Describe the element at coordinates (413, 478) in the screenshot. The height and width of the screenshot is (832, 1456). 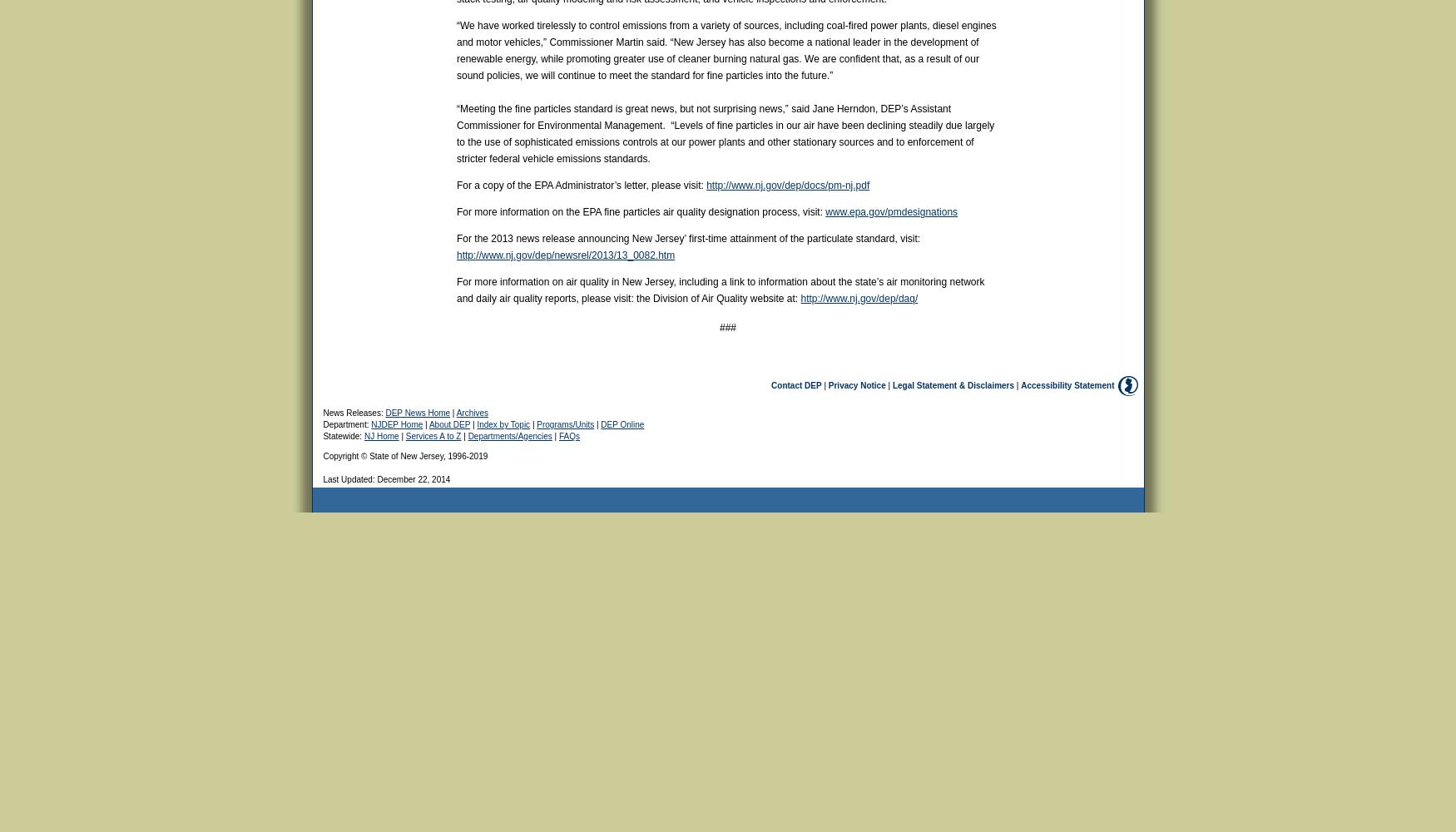
I see `'December 22, 2014'` at that location.